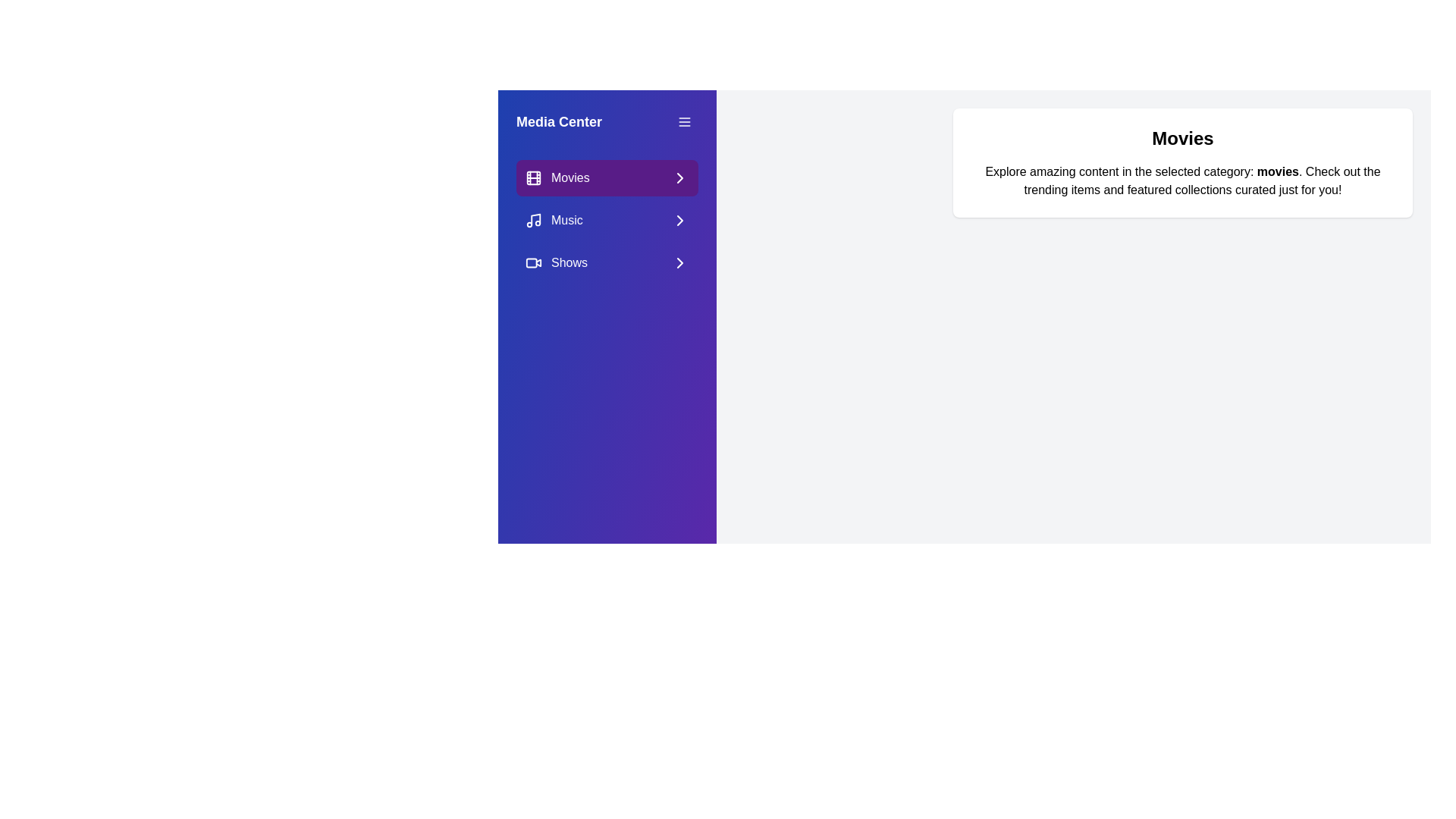 The width and height of the screenshot is (1456, 819). Describe the element at coordinates (679, 220) in the screenshot. I see `the right-pointing chevron arrow icon located next to the 'Music' label in the sidebar menu` at that location.